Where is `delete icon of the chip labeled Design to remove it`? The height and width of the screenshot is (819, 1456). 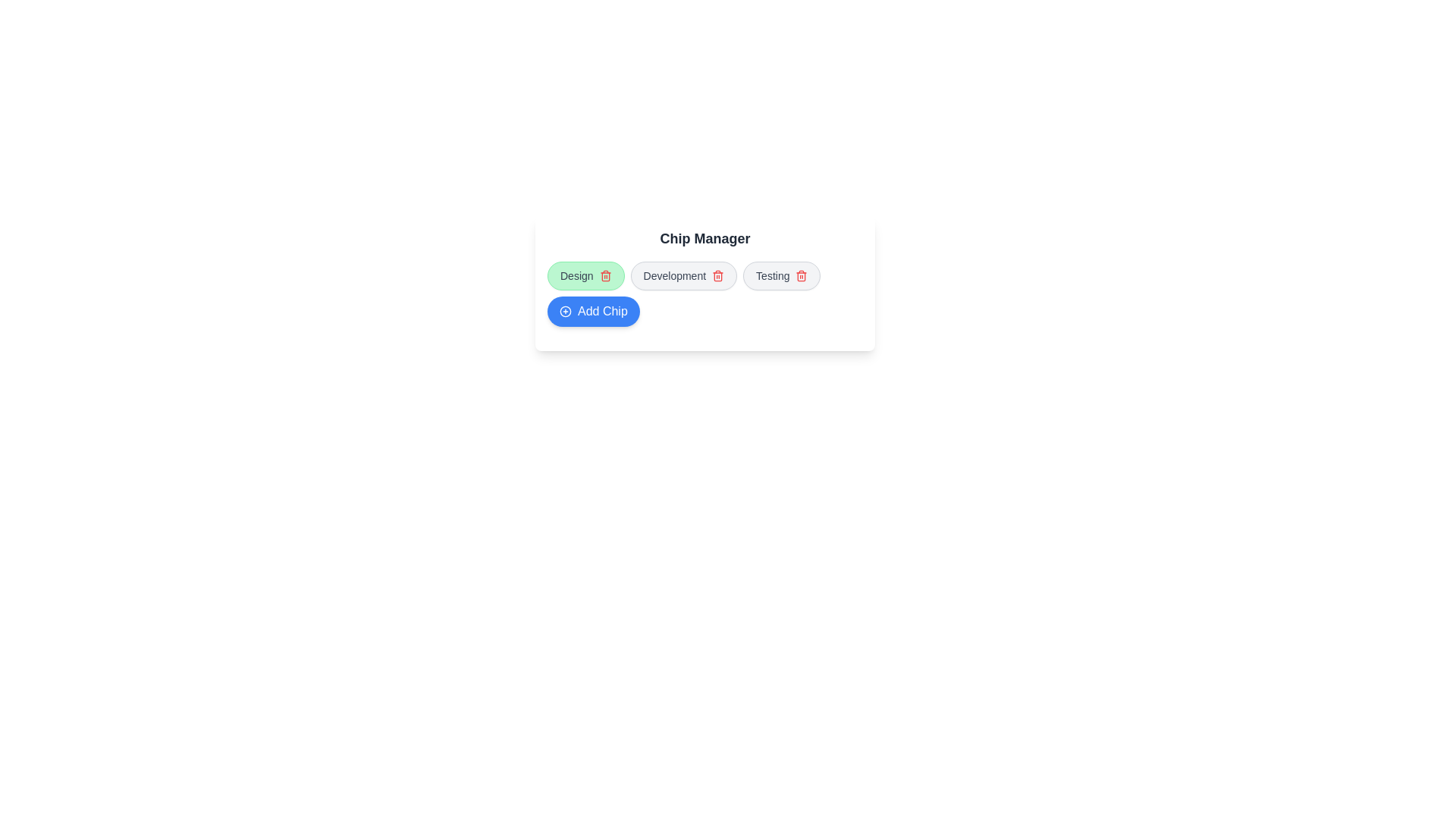
delete icon of the chip labeled Design to remove it is located at coordinates (604, 275).